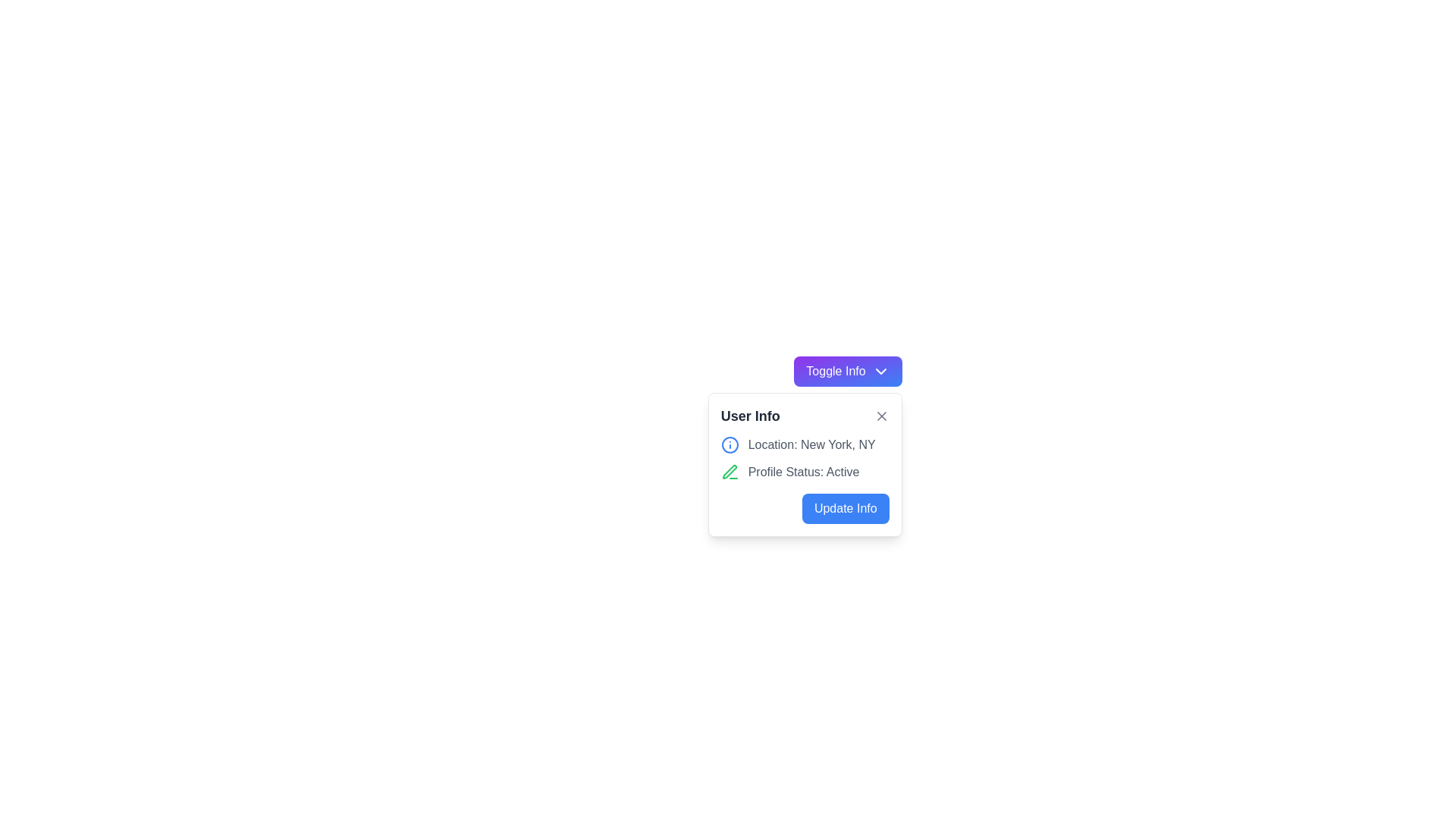  I want to click on the Close button (SVG Icon), which is a small gray 'X' icon located at the top-right corner of the 'User Info' card, so click(881, 416).